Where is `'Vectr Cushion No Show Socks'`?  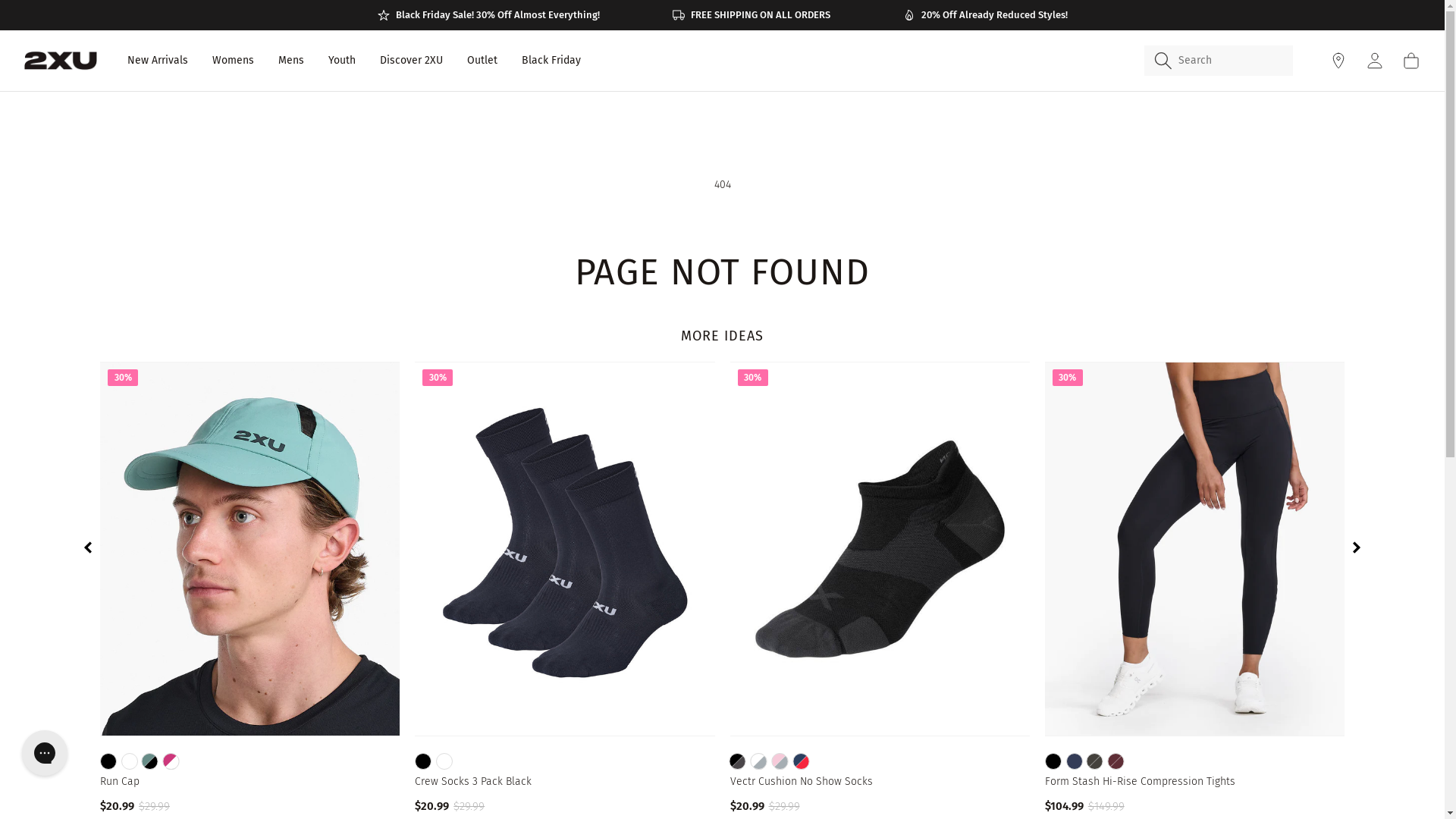 'Vectr Cushion No Show Socks' is located at coordinates (729, 781).